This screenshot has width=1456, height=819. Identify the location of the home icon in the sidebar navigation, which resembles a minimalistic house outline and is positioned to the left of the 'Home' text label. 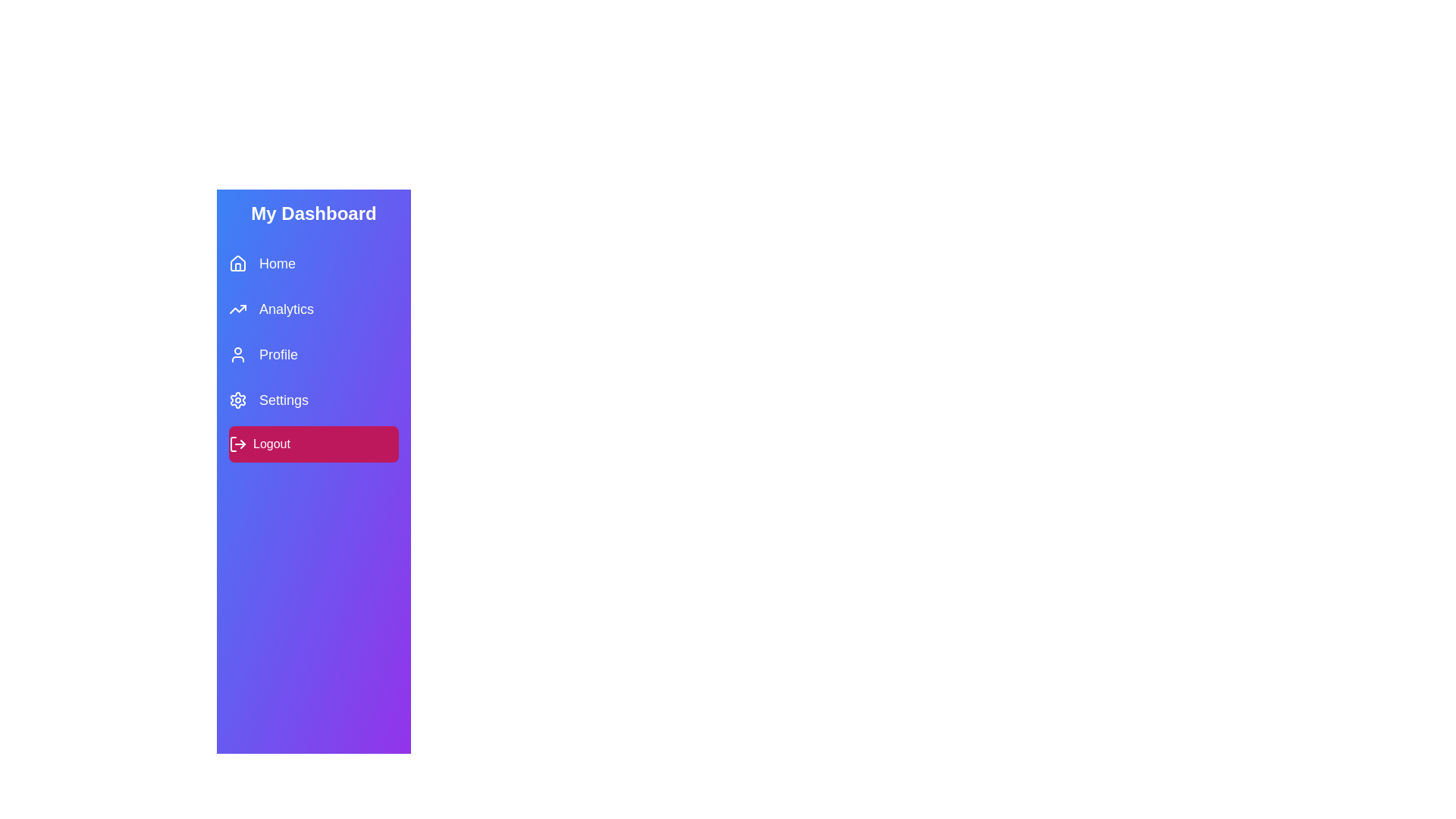
(237, 262).